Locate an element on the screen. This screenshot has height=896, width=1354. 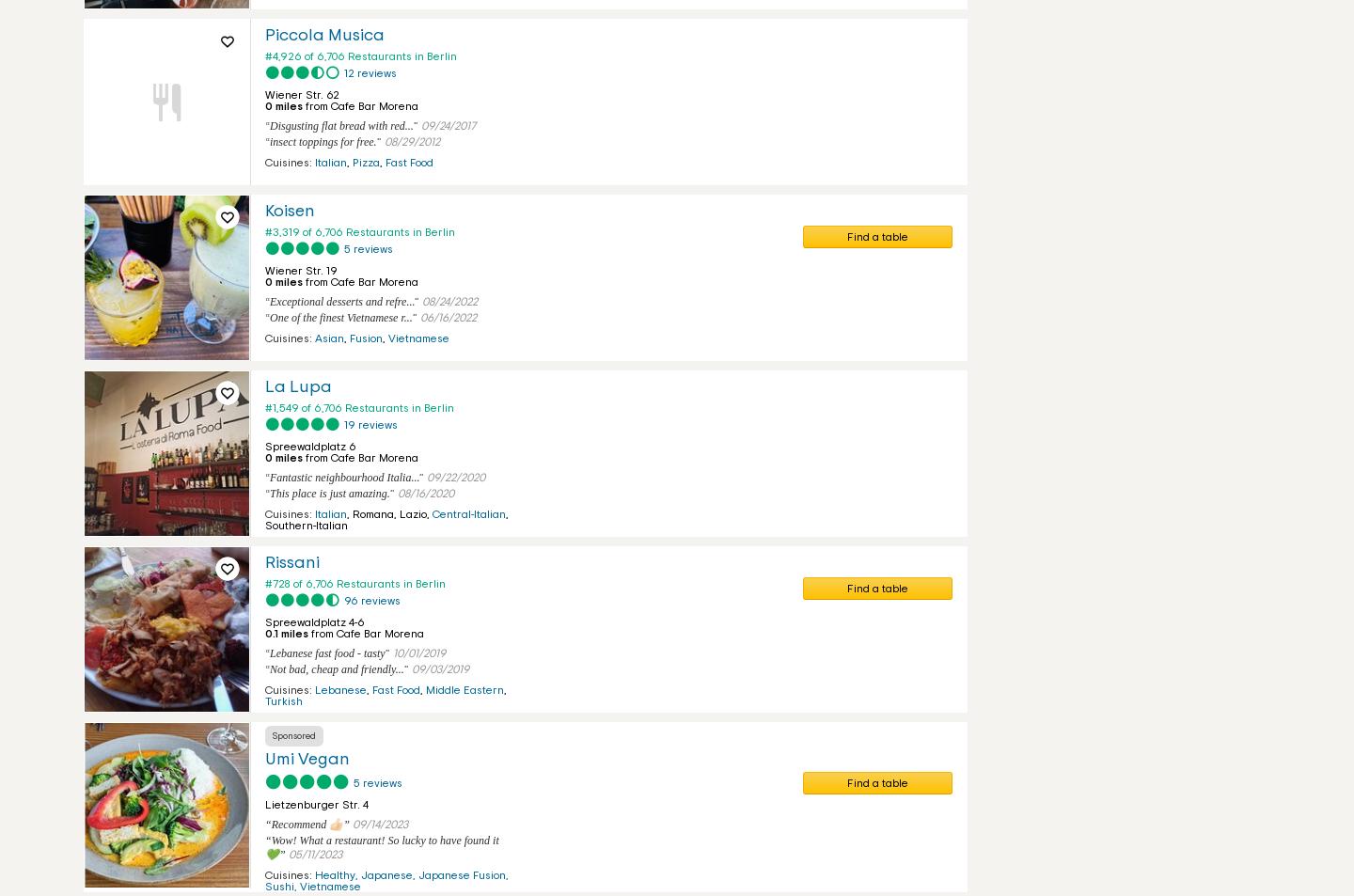
'Sponsored' is located at coordinates (294, 735).